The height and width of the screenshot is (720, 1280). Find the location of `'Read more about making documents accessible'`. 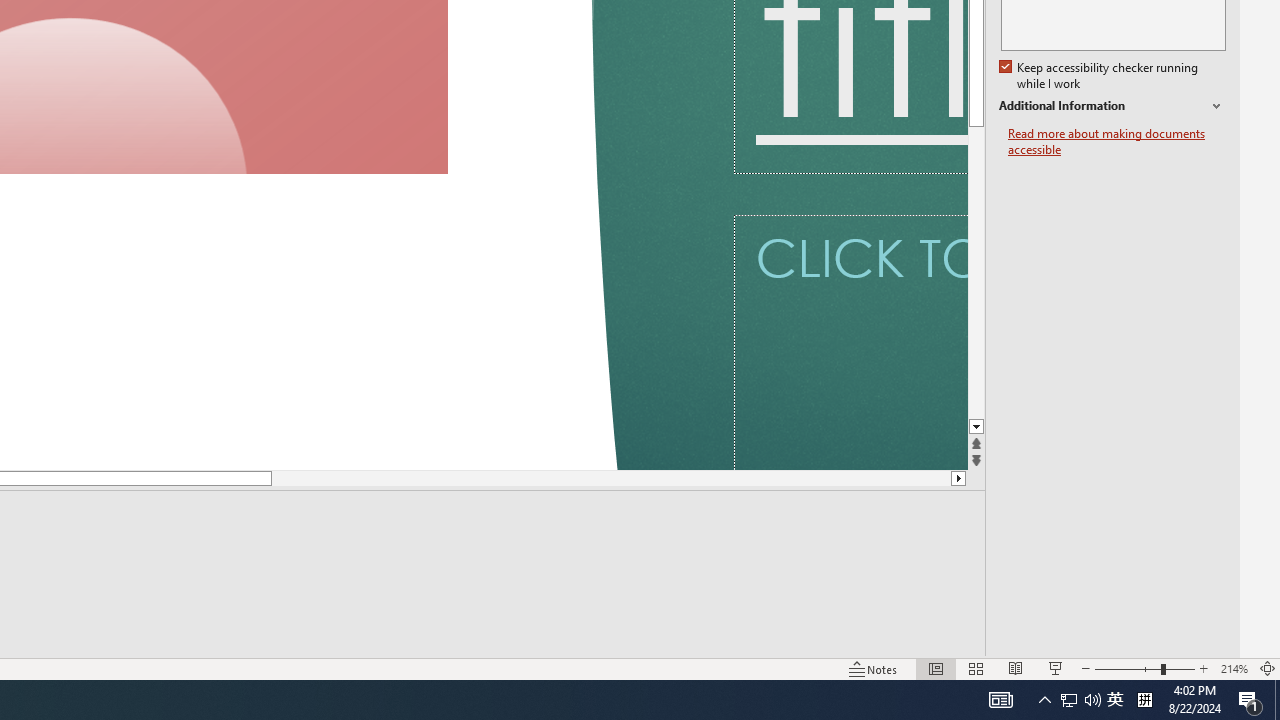

'Read more about making documents accessible' is located at coordinates (1116, 141).